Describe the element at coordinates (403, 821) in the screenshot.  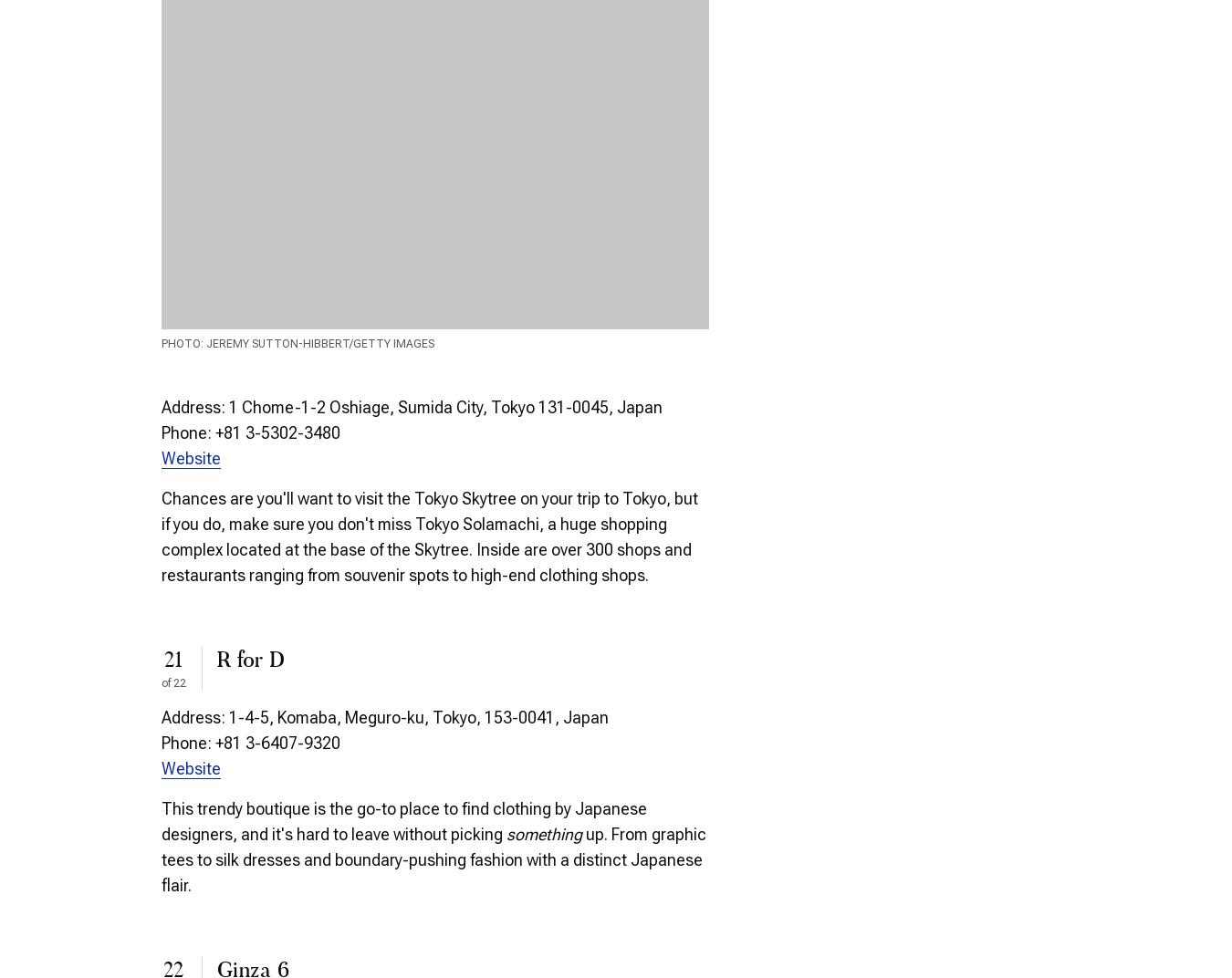
I see `'This trendy boutique is the go-to place to find clothing by Japanese designers, and it's hard to leave without picking'` at that location.